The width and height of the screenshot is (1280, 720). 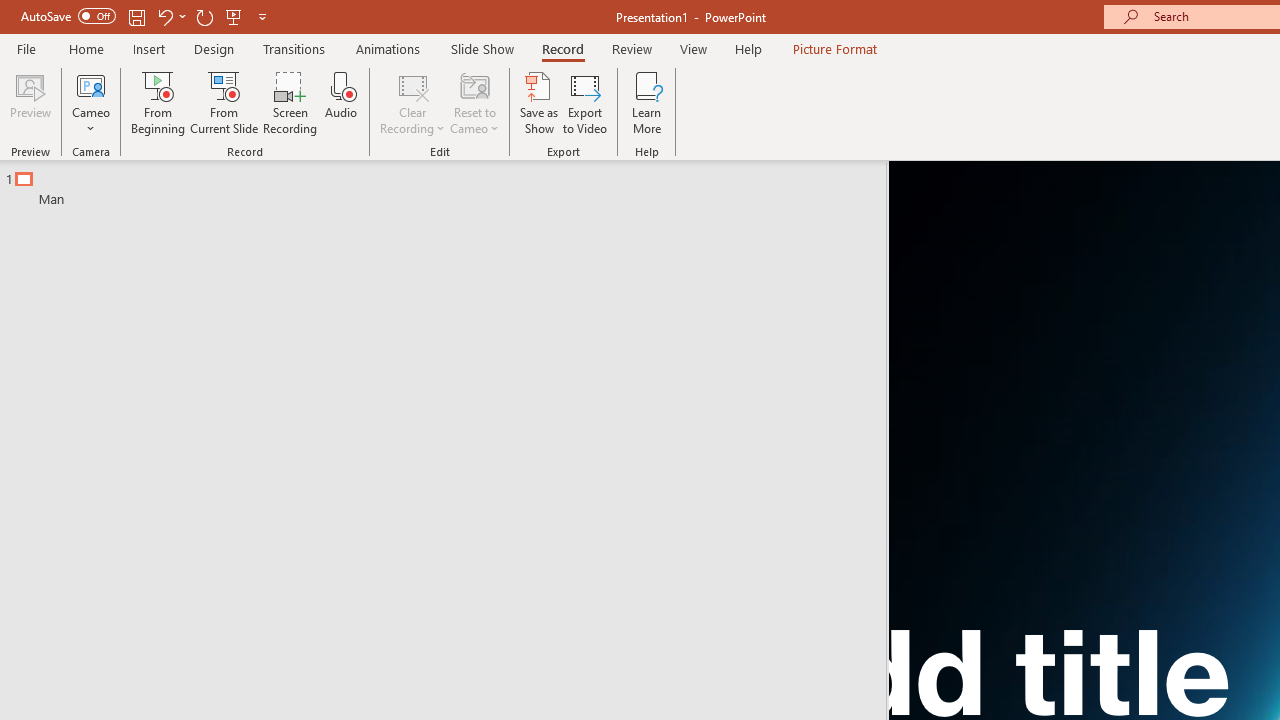 What do you see at coordinates (157, 103) in the screenshot?
I see `'From Beginning...'` at bounding box center [157, 103].